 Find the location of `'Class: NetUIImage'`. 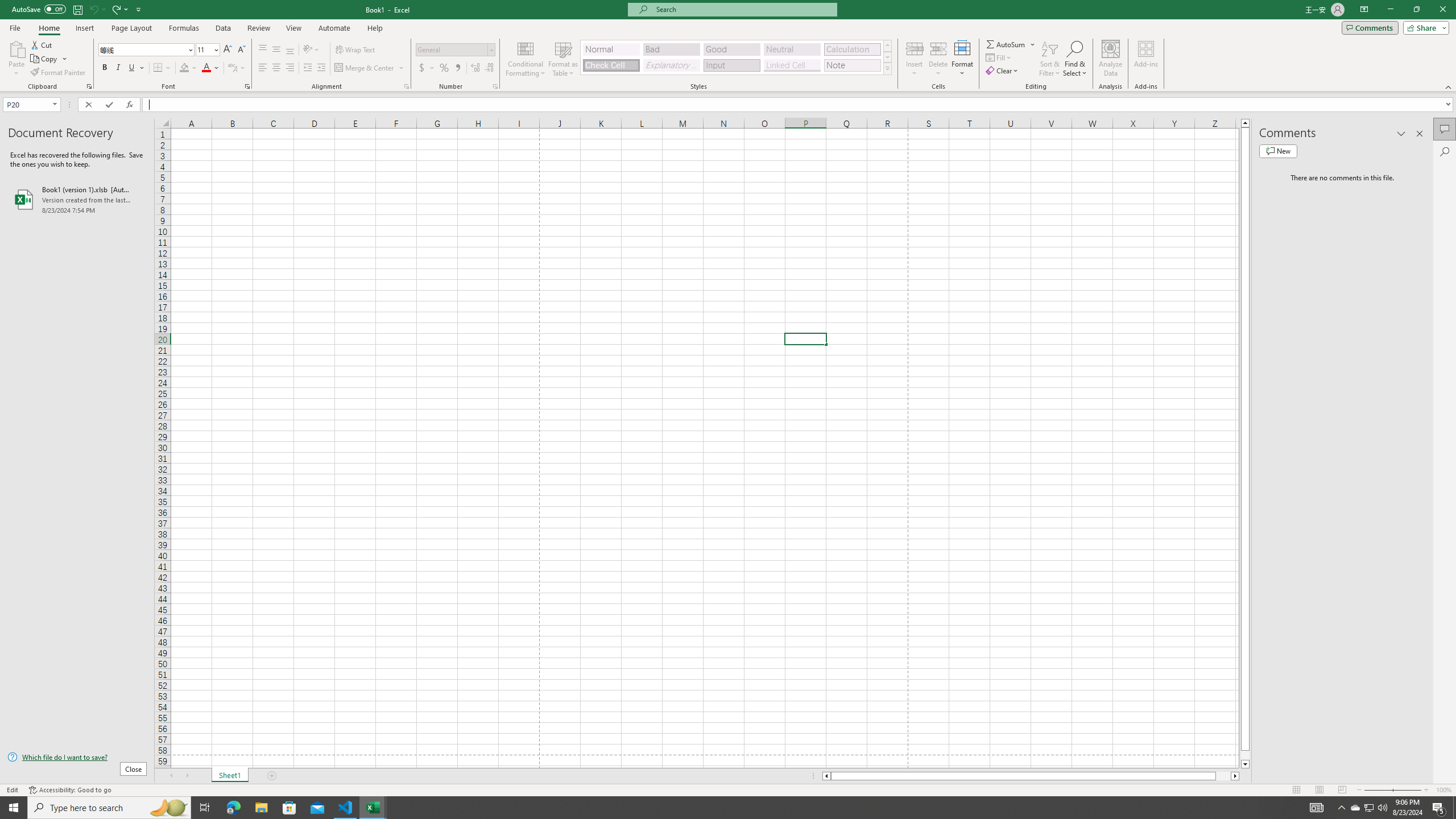

'Class: NetUIImage' is located at coordinates (887, 68).